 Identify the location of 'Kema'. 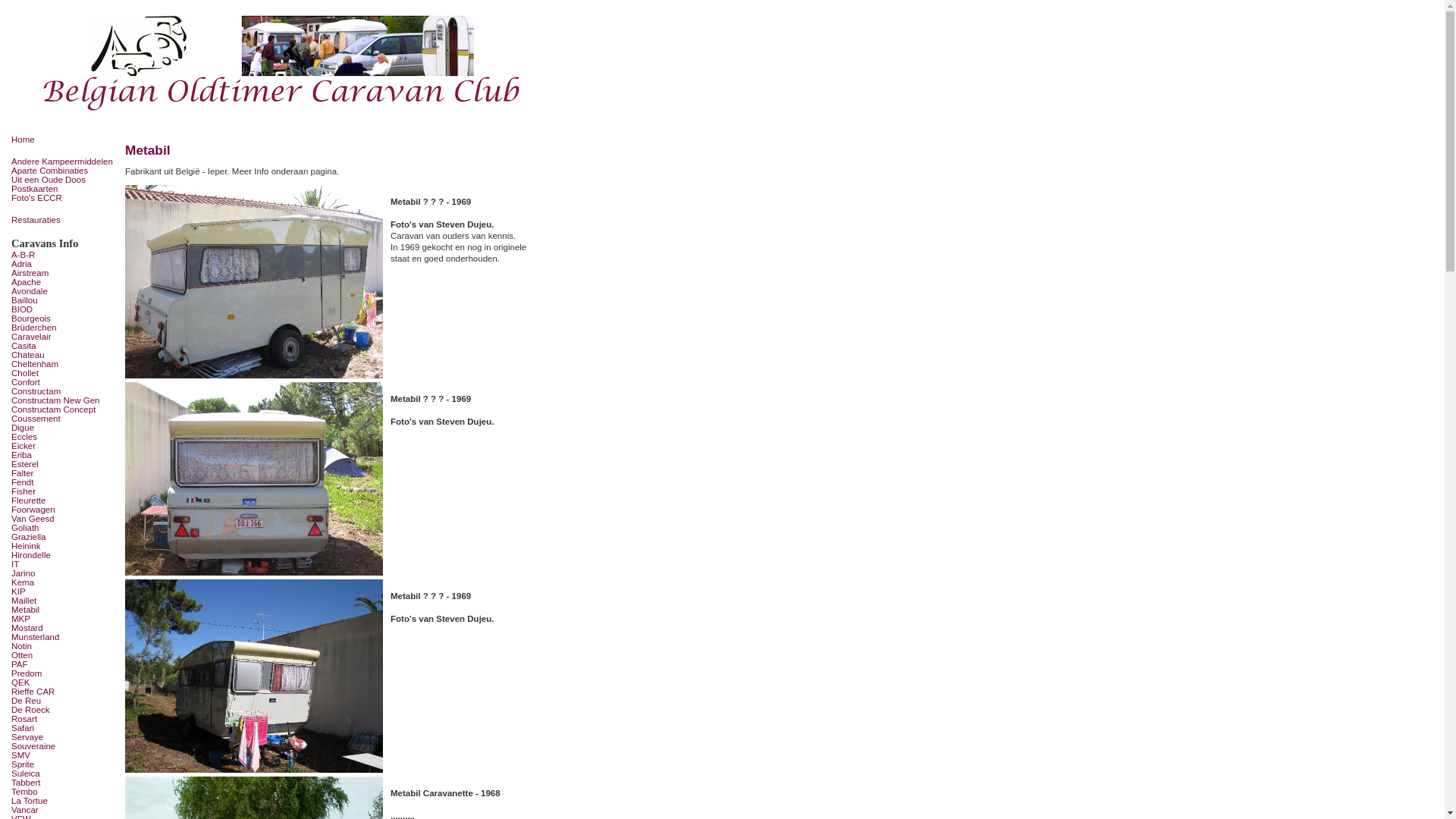
(64, 581).